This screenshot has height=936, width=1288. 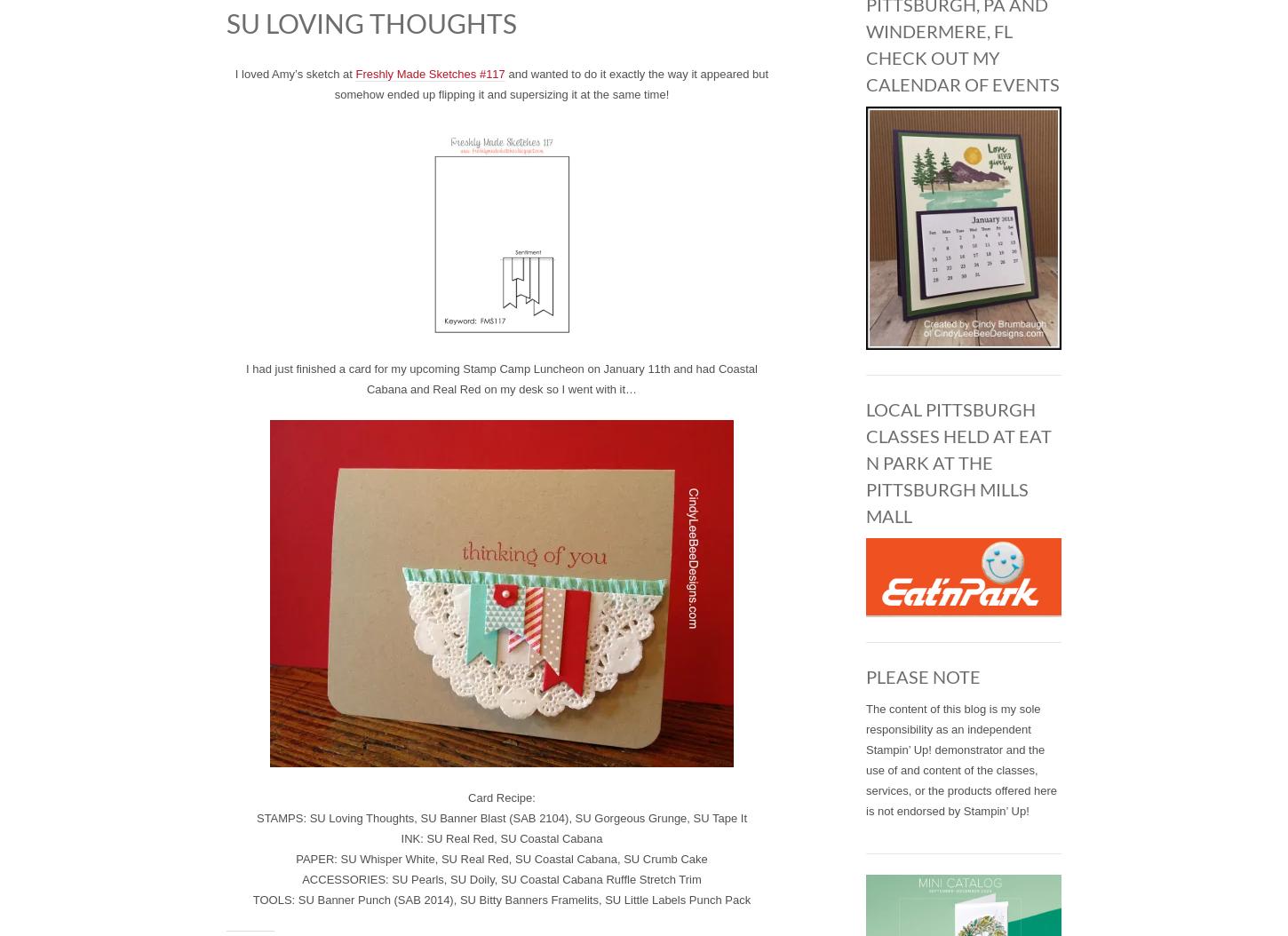 I want to click on 'TOOLS: SU Banner Punch (SAB 2014), SU Bitty Banners Framelits, SU Little Labels Punch Pack', so click(x=252, y=898).